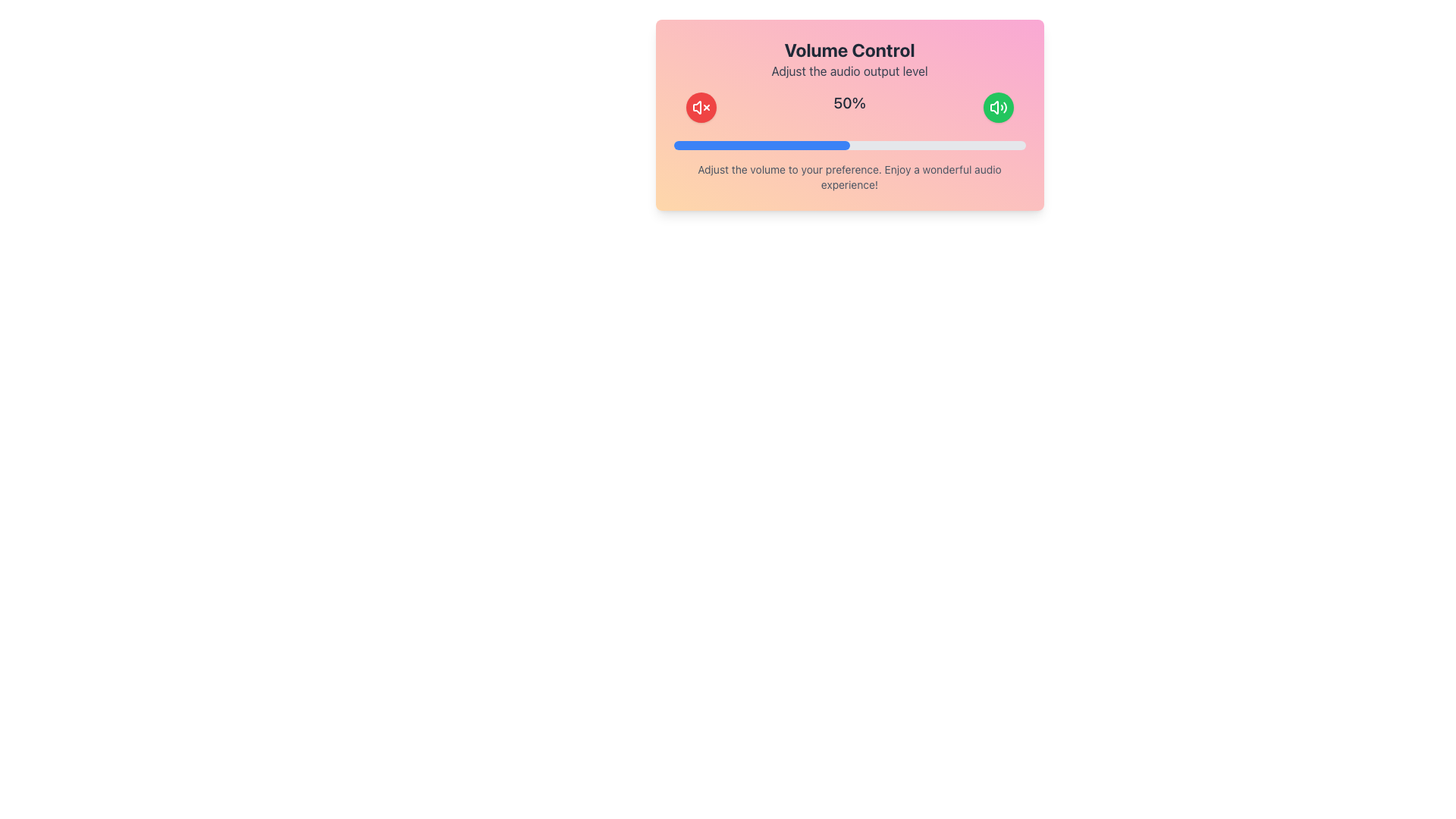 The image size is (1456, 819). Describe the element at coordinates (993, 107) in the screenshot. I see `the leftmost component of the speaker icon that visually represents low-to-mid audio volume, located in the top-right of the volume control card` at that location.